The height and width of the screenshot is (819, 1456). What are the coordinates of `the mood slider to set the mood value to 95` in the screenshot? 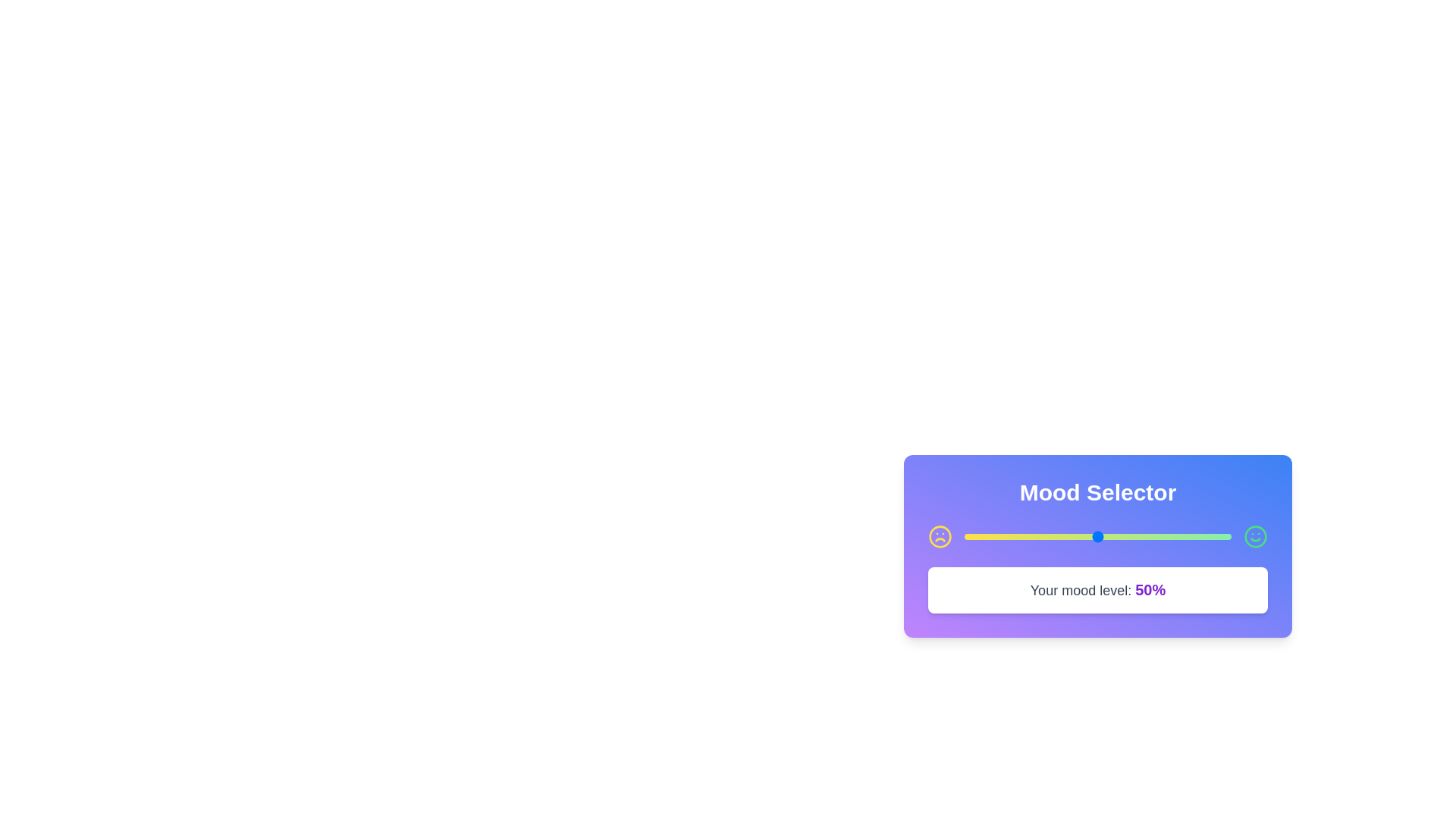 It's located at (1218, 536).